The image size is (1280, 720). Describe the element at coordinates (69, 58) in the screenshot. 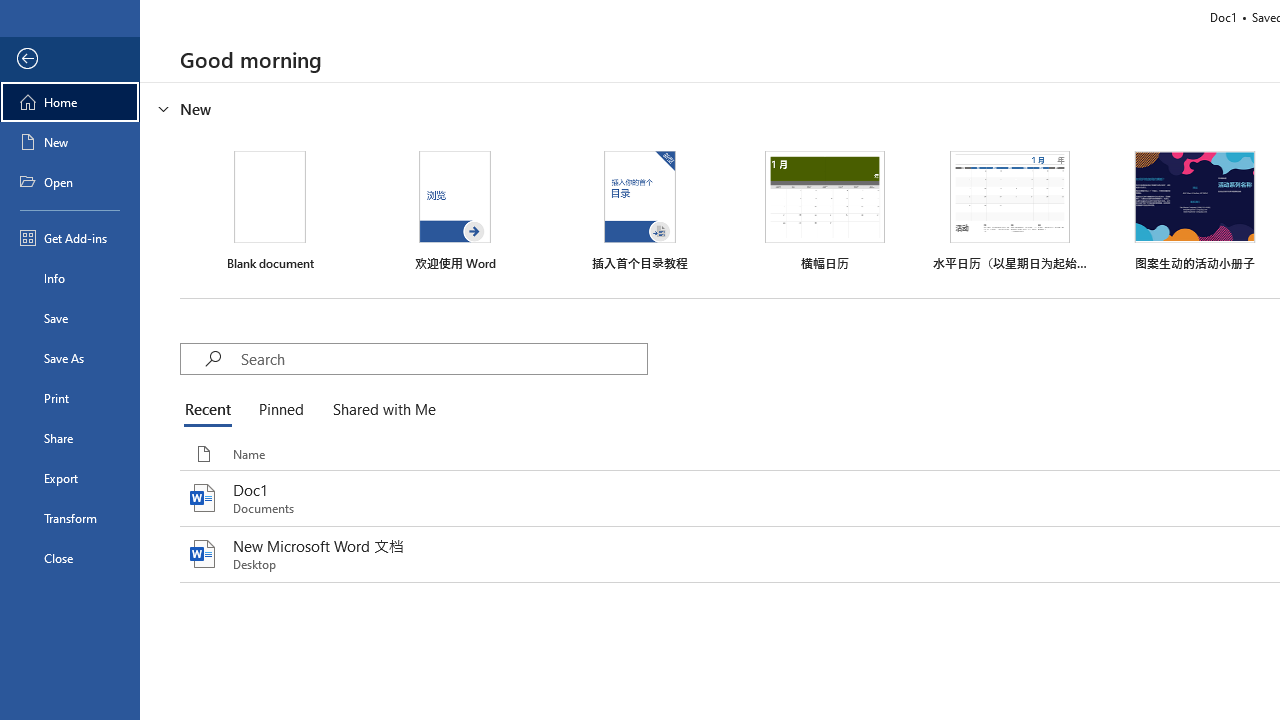

I see `'Back'` at that location.